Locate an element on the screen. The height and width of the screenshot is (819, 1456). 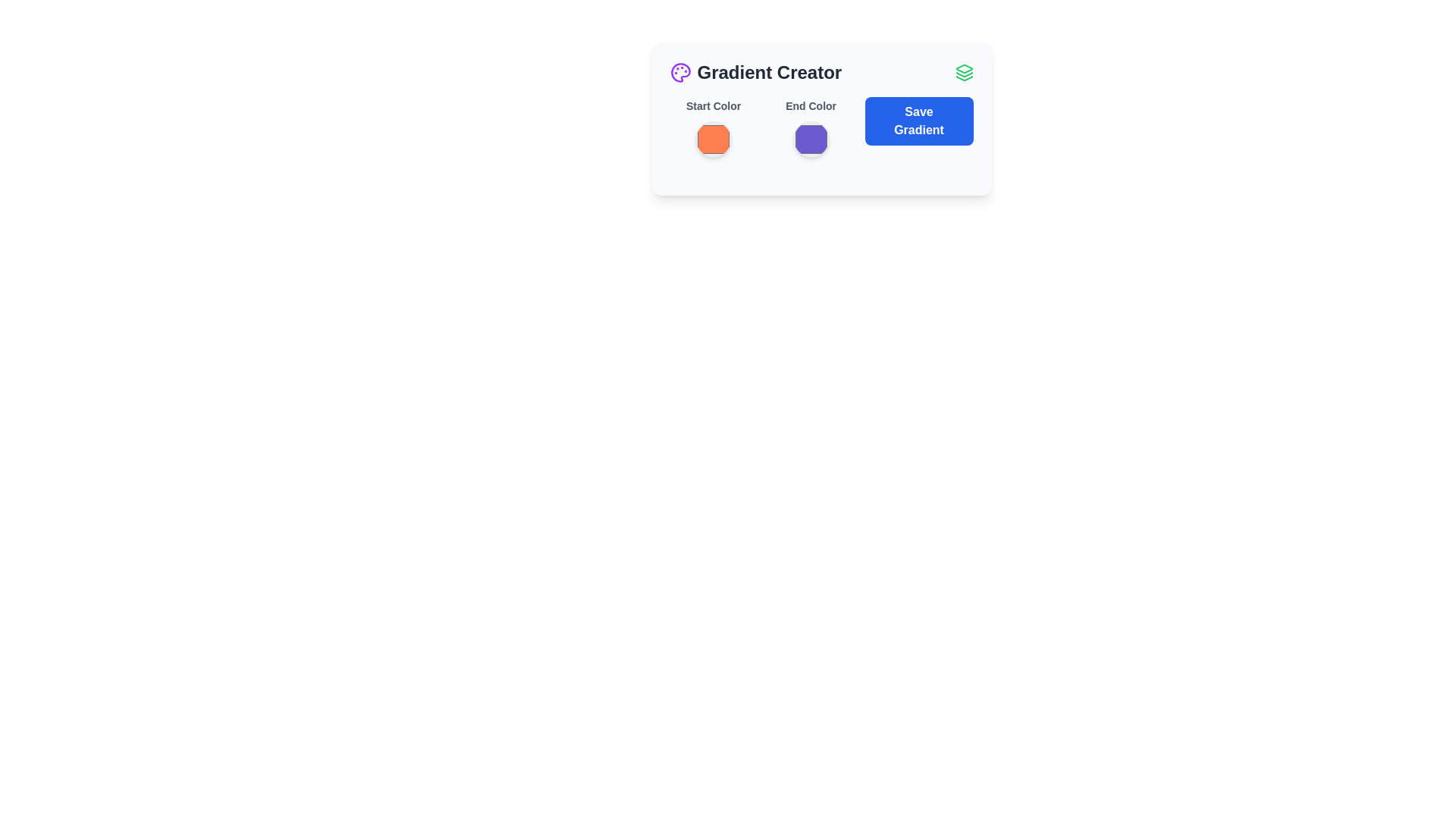
the Gradient Creator tool section header and control panel element, which allows users to set start and end colors and save their gradient selection is located at coordinates (821, 118).